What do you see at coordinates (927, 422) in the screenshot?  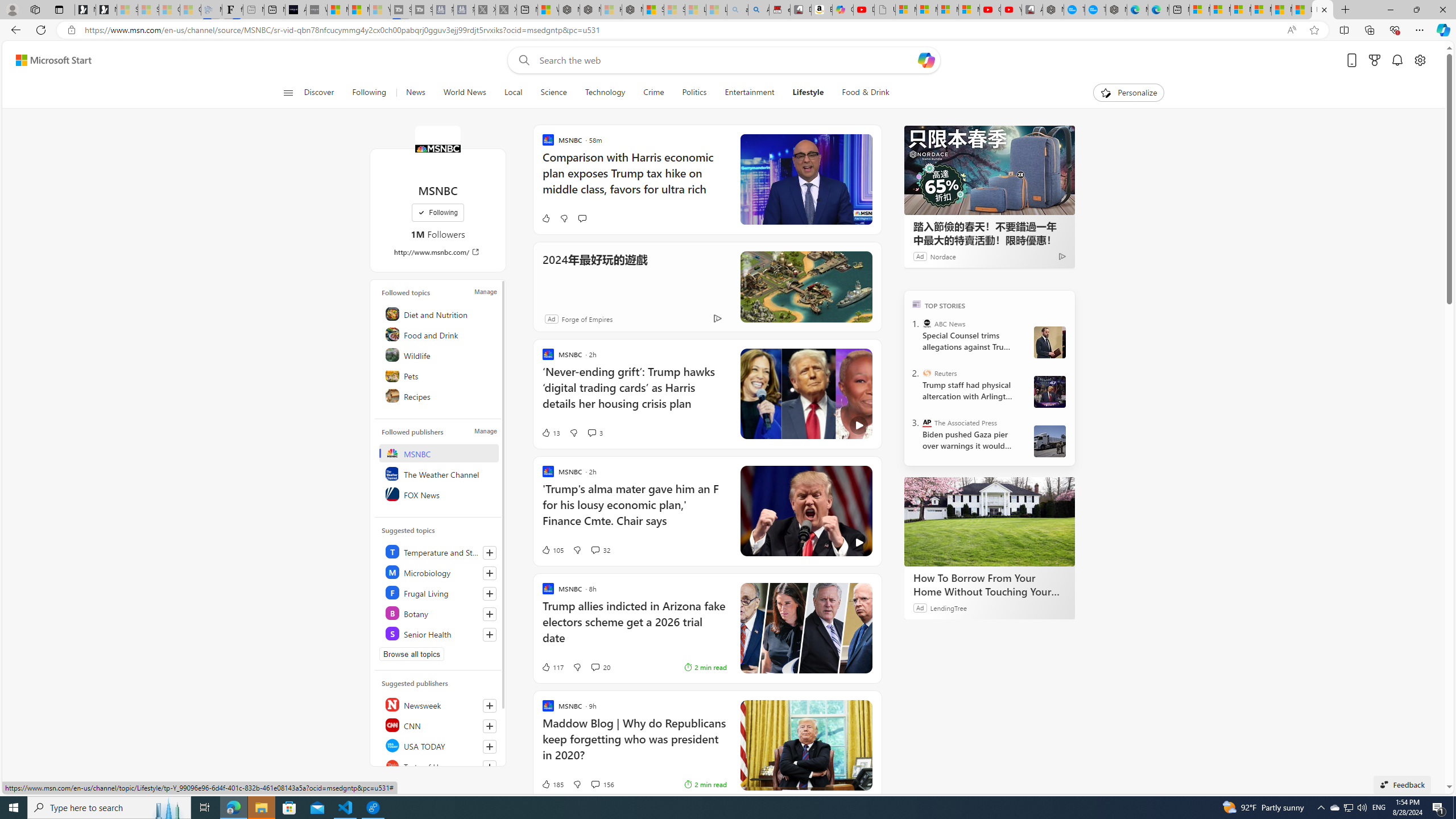 I see `'The Associated Press'` at bounding box center [927, 422].